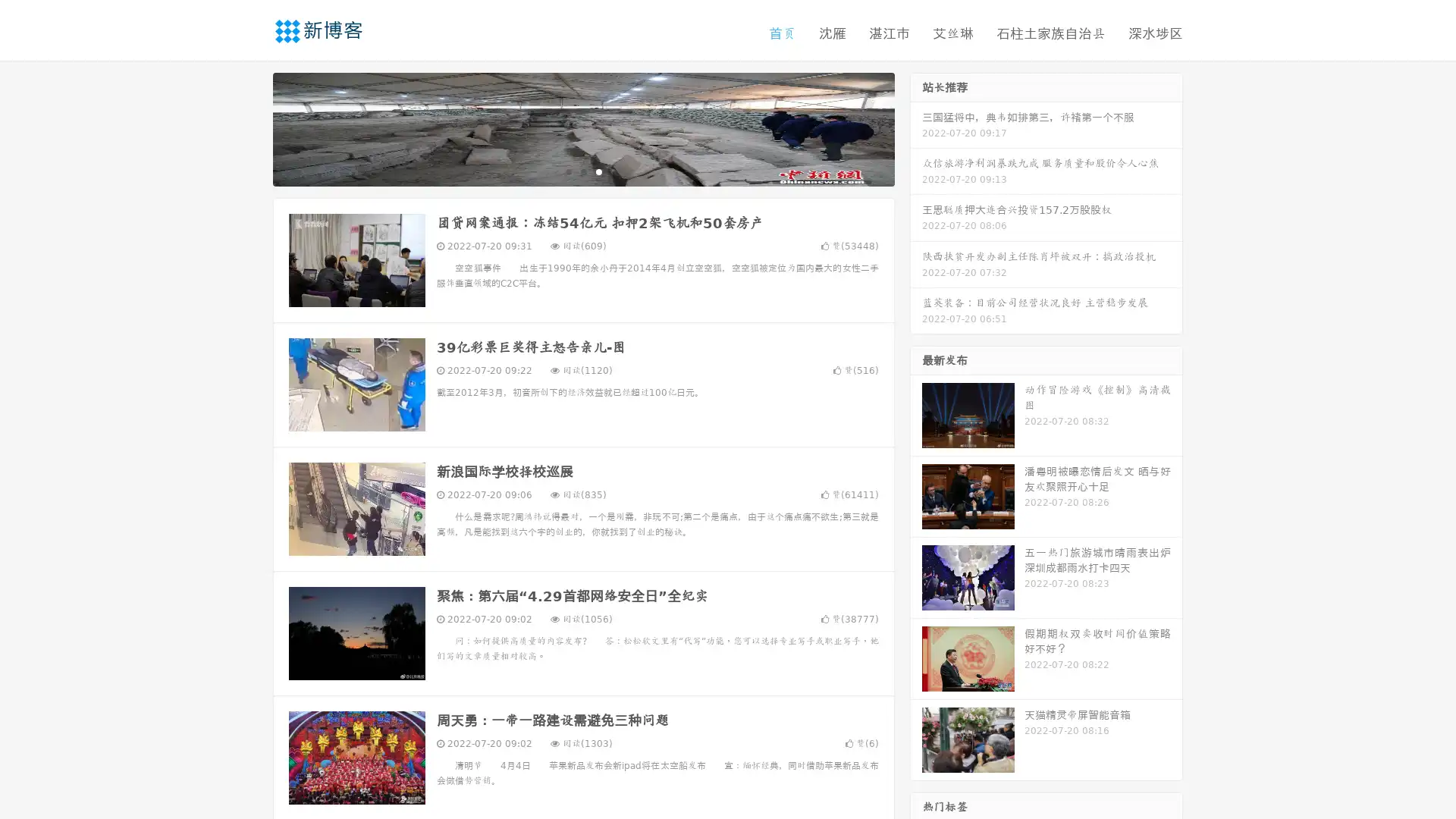 This screenshot has height=819, width=1456. I want to click on Go to slide 3, so click(598, 171).